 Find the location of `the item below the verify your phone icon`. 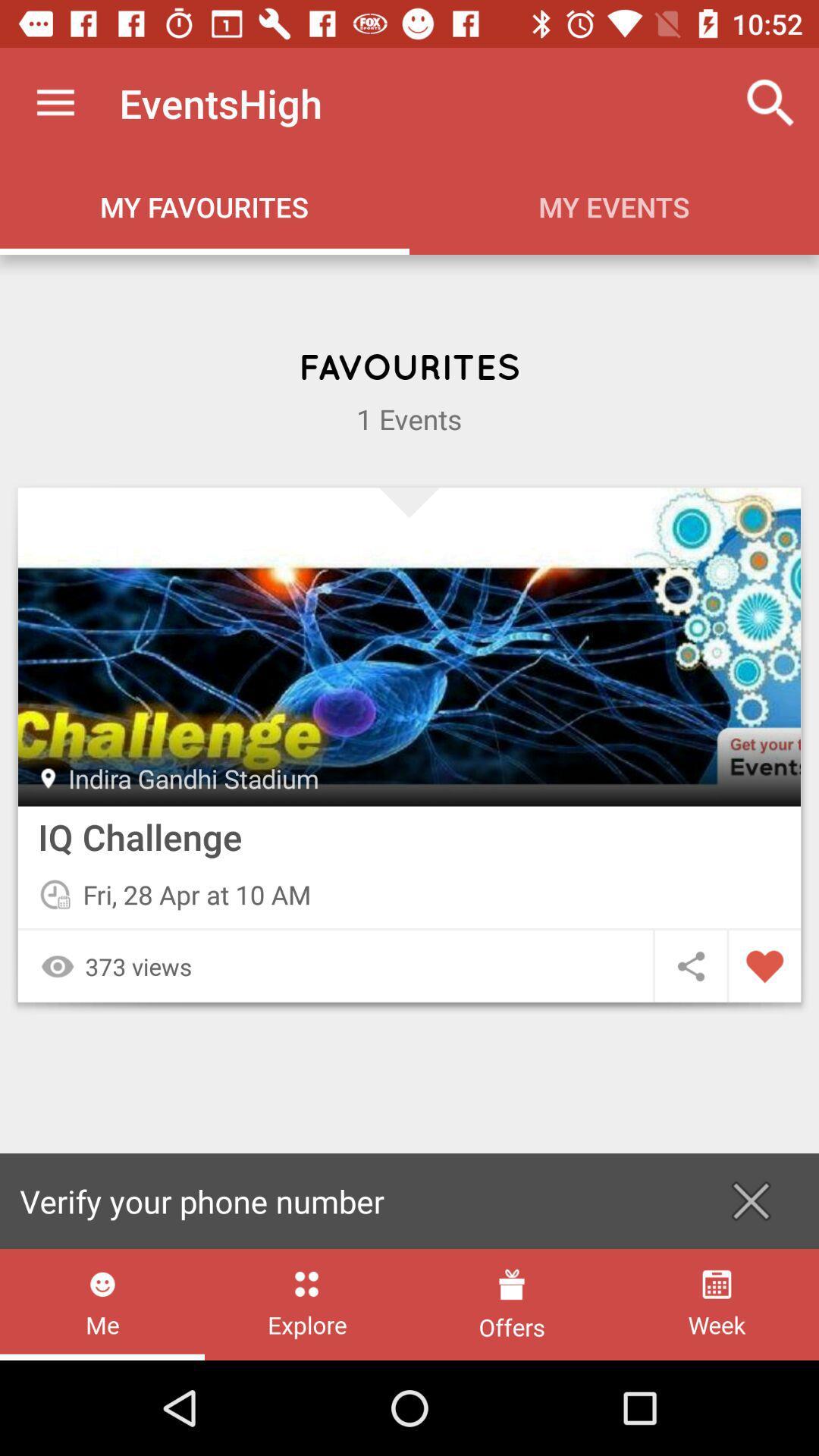

the item below the verify your phone icon is located at coordinates (102, 1304).